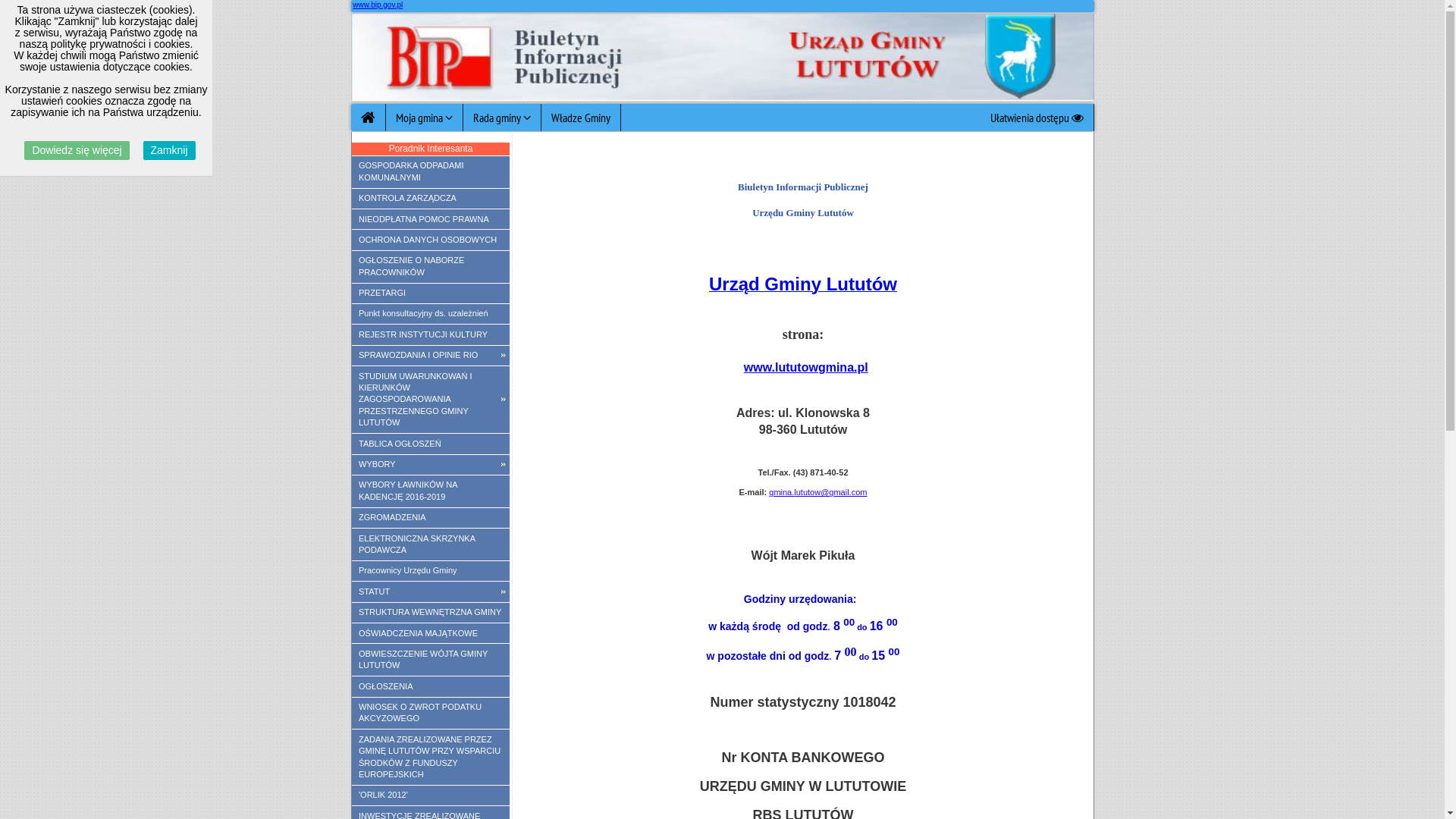  Describe the element at coordinates (423, 116) in the screenshot. I see `'Moja gmina'` at that location.